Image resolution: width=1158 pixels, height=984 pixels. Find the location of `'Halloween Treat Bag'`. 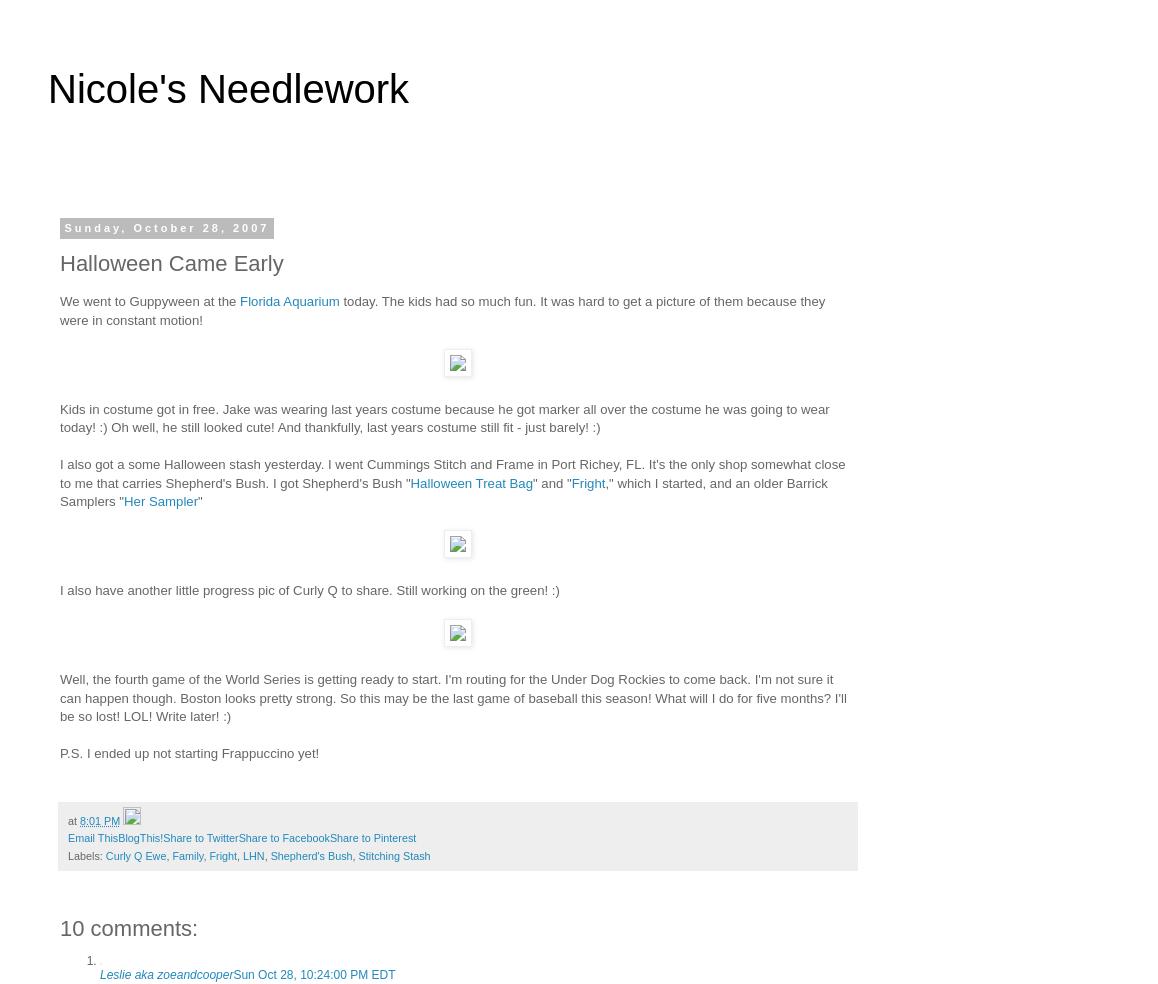

'Halloween Treat Bag' is located at coordinates (410, 482).